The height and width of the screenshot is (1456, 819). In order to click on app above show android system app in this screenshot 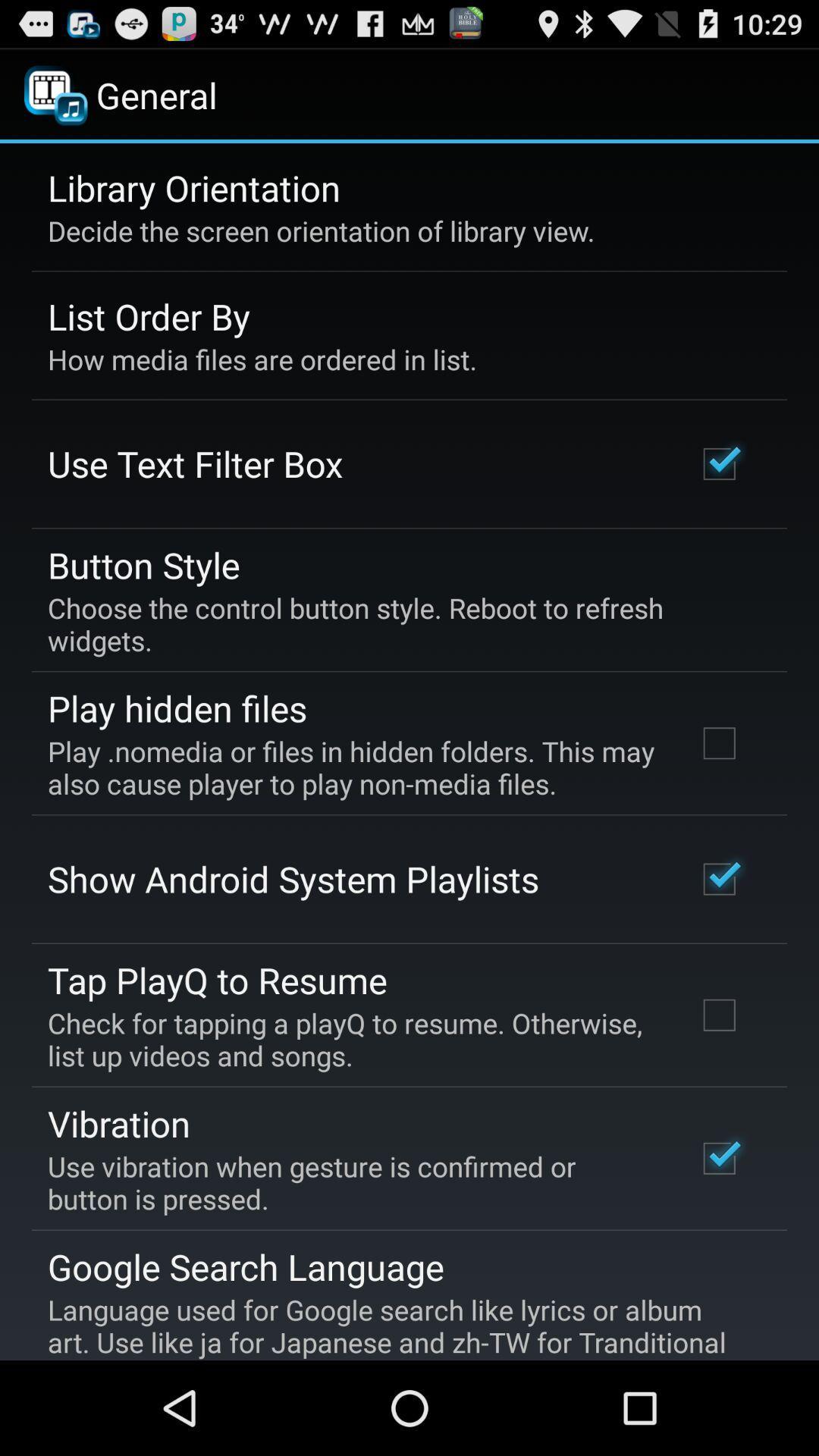, I will do `click(351, 767)`.